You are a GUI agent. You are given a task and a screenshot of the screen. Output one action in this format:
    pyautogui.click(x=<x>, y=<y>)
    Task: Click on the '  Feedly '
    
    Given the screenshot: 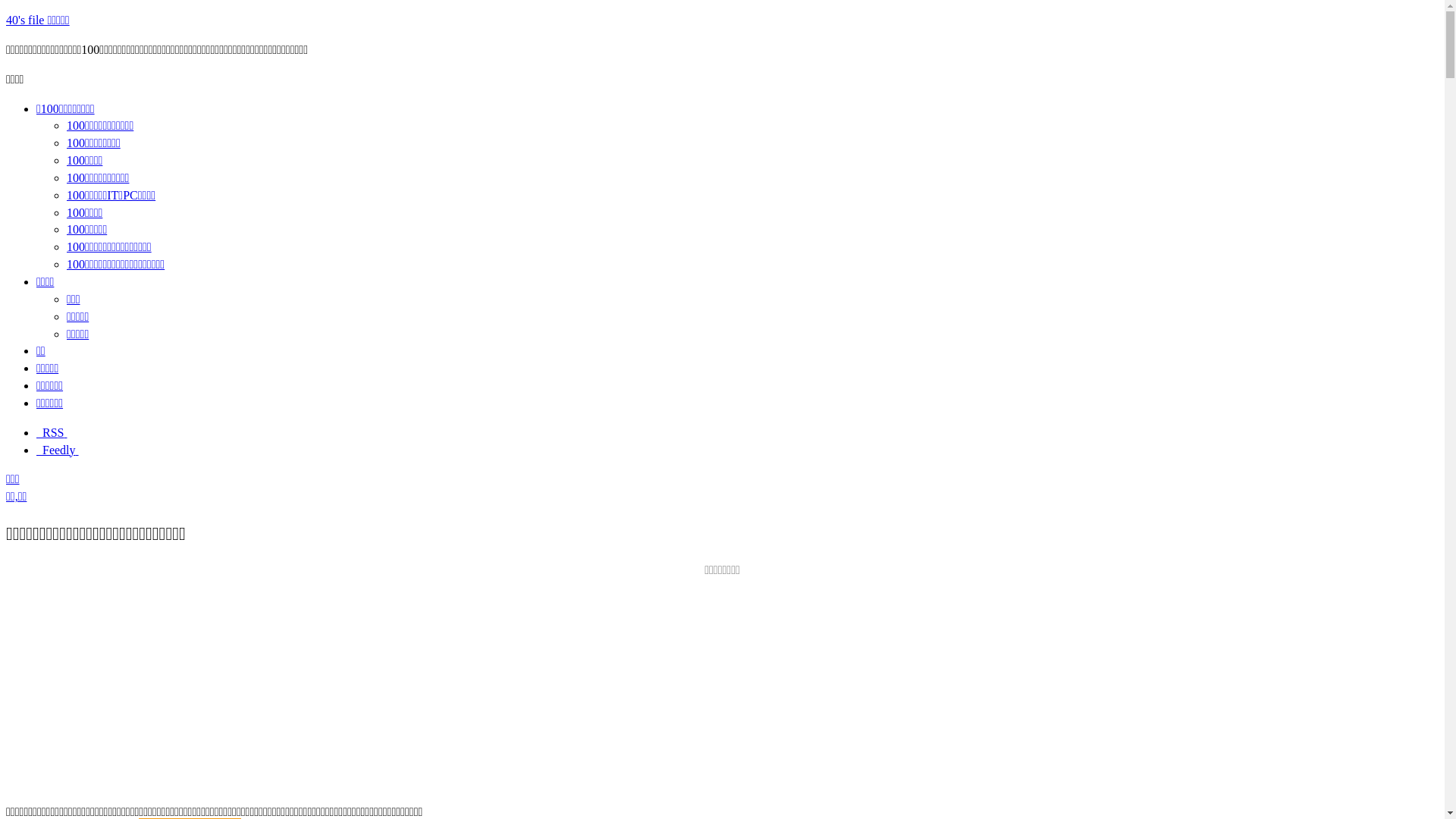 What is the action you would take?
    pyautogui.click(x=58, y=449)
    